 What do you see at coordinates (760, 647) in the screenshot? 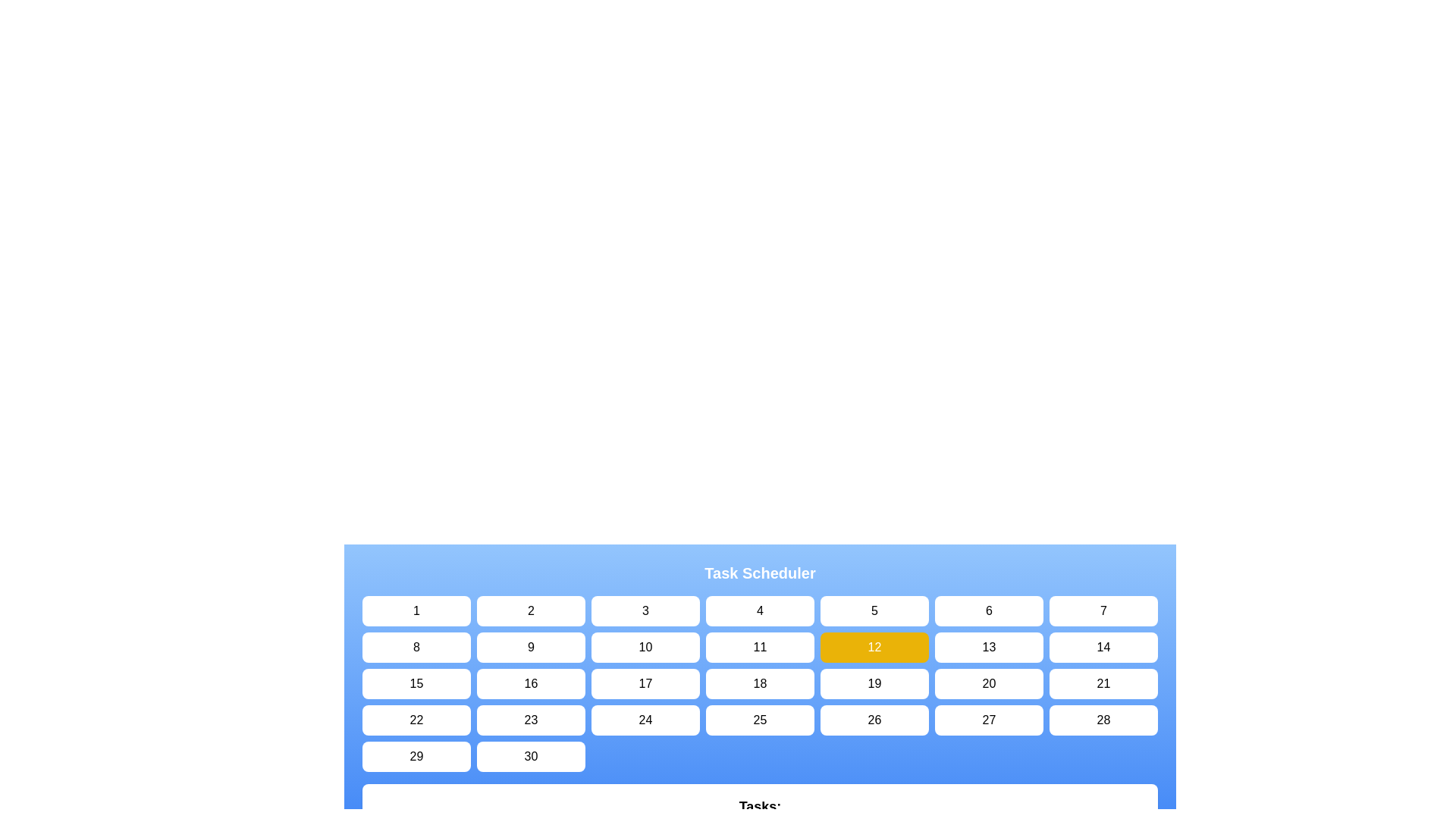
I see `the button labeled '11' located in the second row and fourth column of the grid` at bounding box center [760, 647].